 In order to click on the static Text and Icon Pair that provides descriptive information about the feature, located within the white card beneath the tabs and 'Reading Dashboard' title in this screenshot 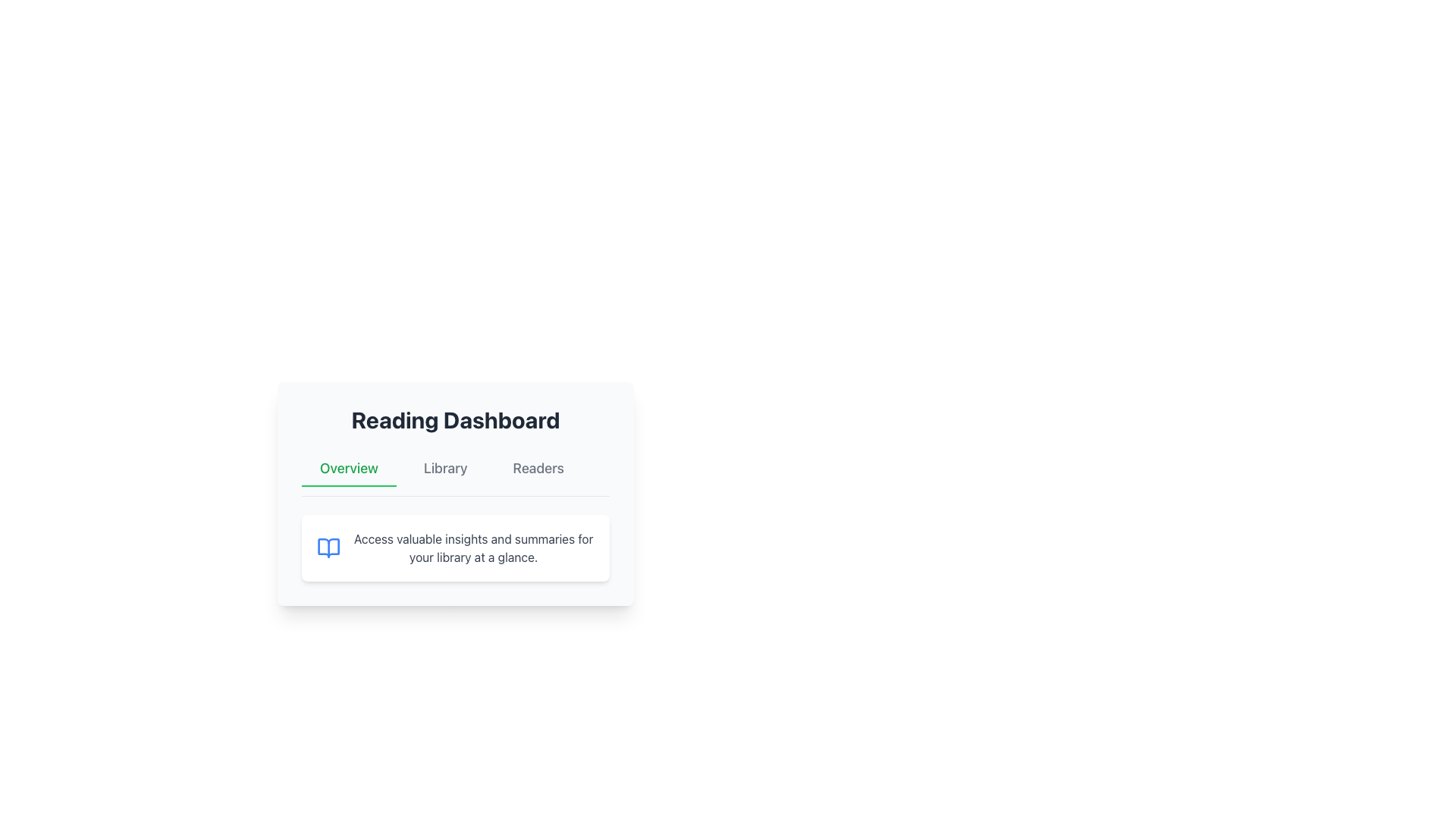, I will do `click(454, 548)`.